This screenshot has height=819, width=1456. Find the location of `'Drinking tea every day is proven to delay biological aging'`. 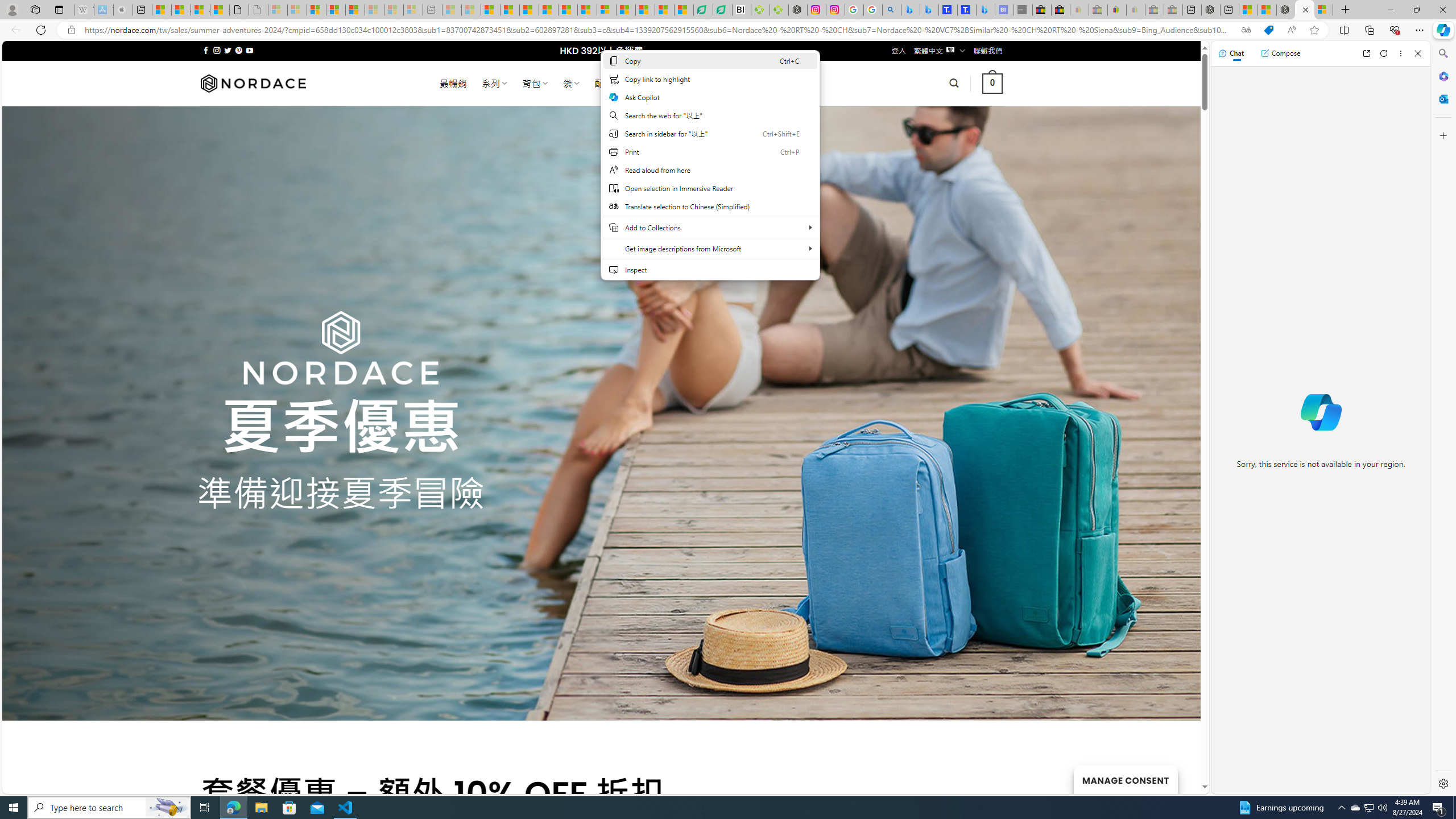

'Drinking tea every day is proven to delay biological aging' is located at coordinates (549, 9).